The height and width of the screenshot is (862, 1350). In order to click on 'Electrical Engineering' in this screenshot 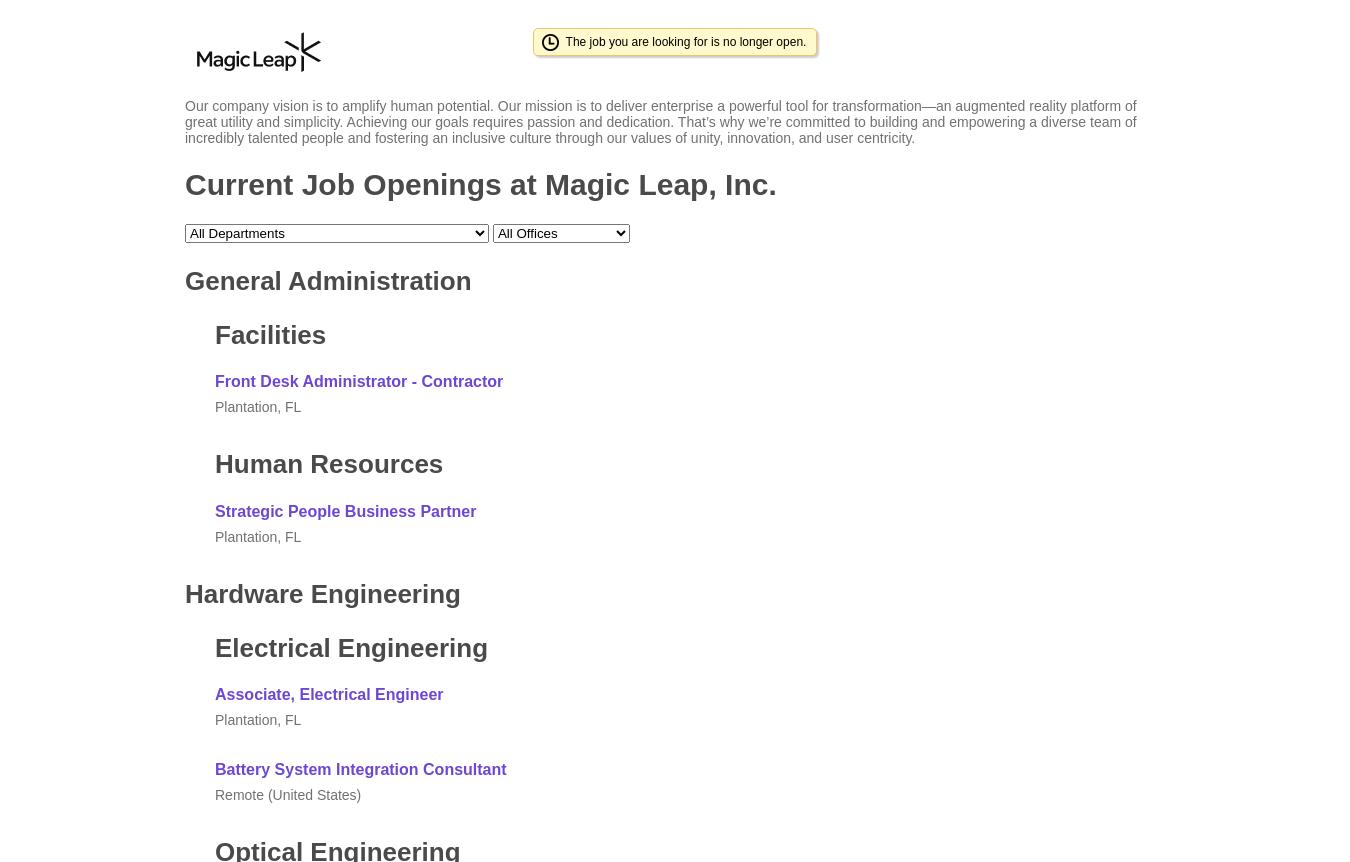, I will do `click(351, 646)`.